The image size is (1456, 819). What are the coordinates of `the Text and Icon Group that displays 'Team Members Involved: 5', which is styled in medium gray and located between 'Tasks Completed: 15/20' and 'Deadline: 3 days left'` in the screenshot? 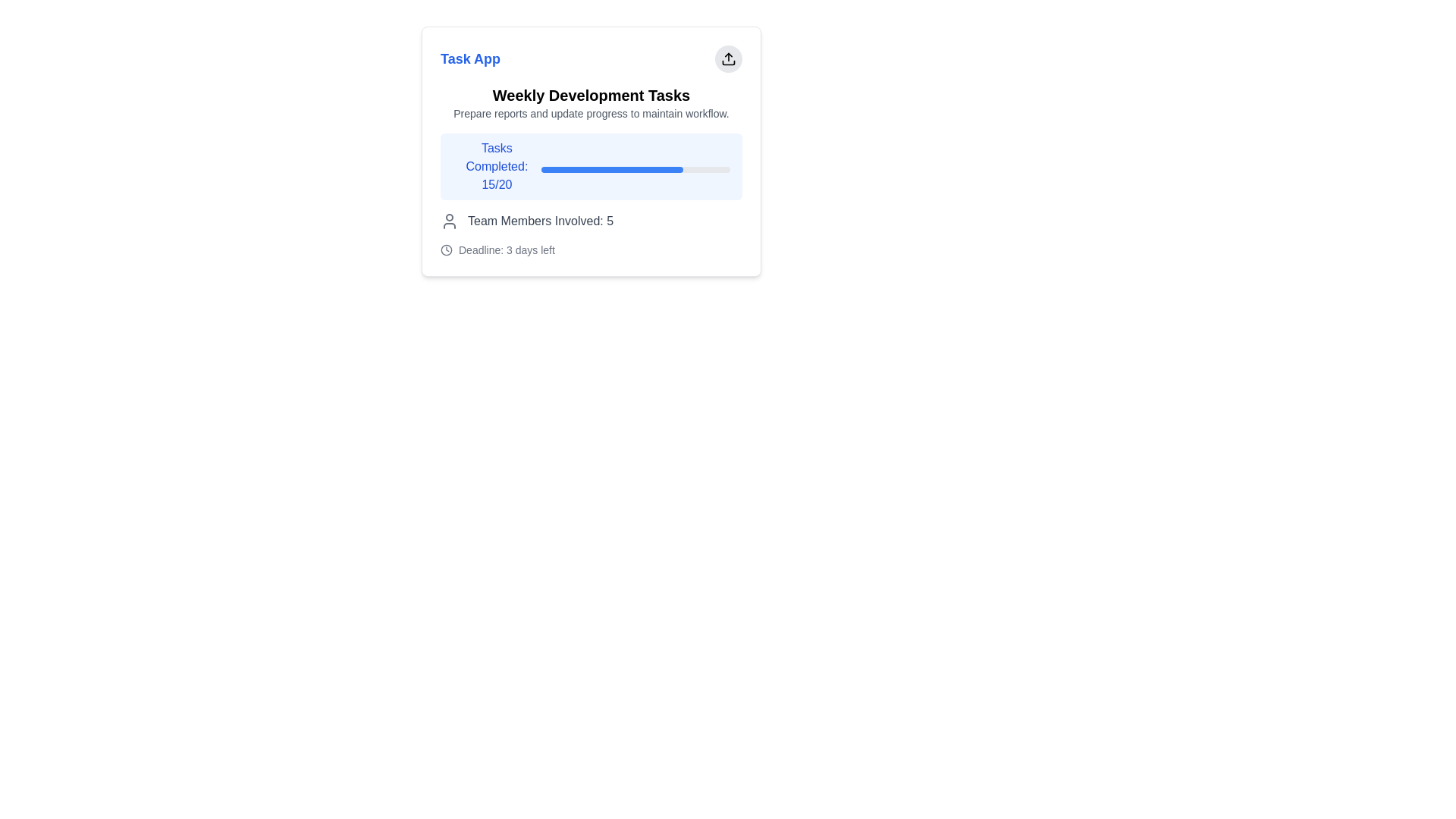 It's located at (590, 221).